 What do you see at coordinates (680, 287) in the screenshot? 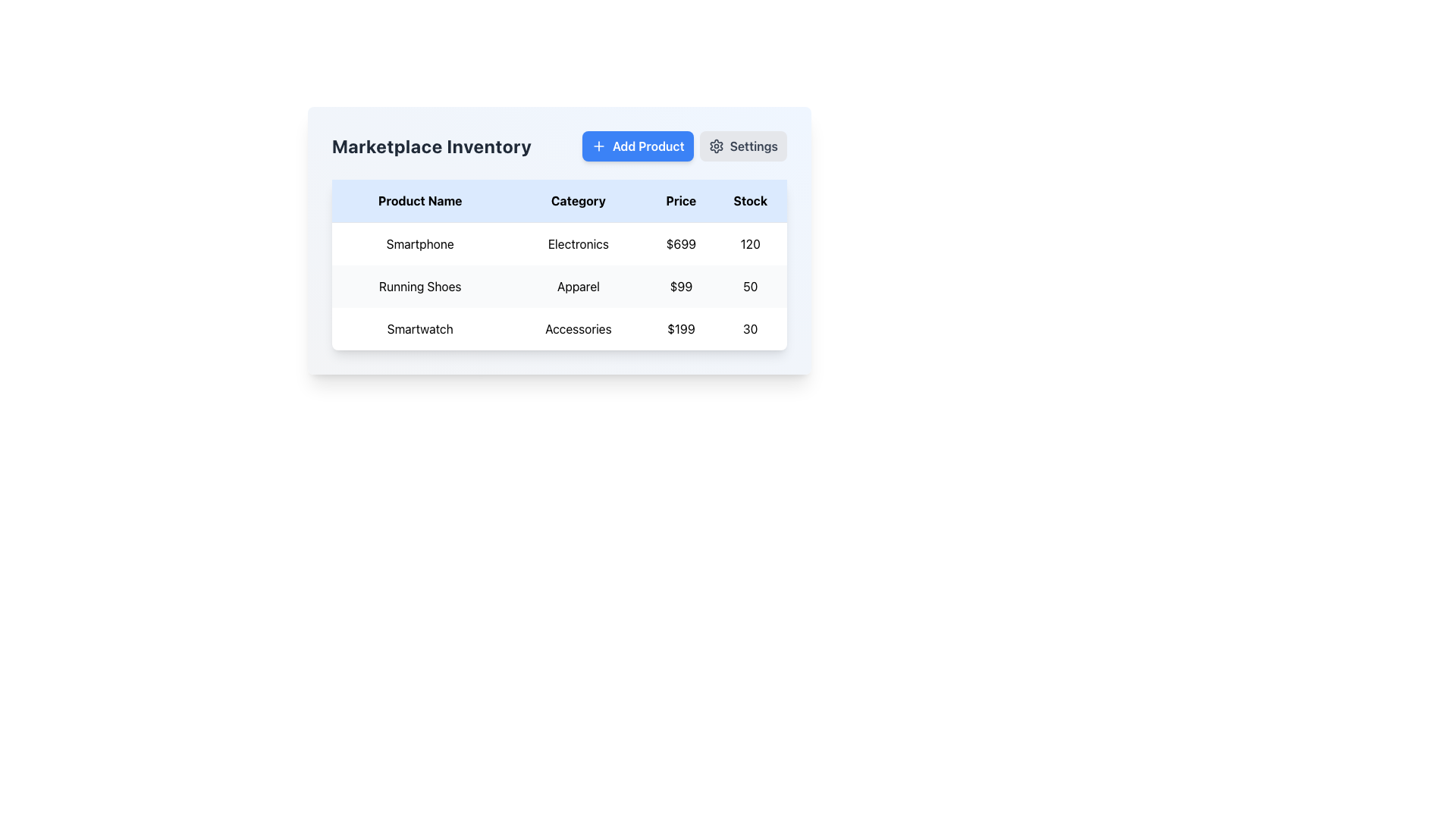
I see `text displayed as "$99" in a bold, black font located in the Price column of the table under the row titled "Running Shoes"` at bounding box center [680, 287].